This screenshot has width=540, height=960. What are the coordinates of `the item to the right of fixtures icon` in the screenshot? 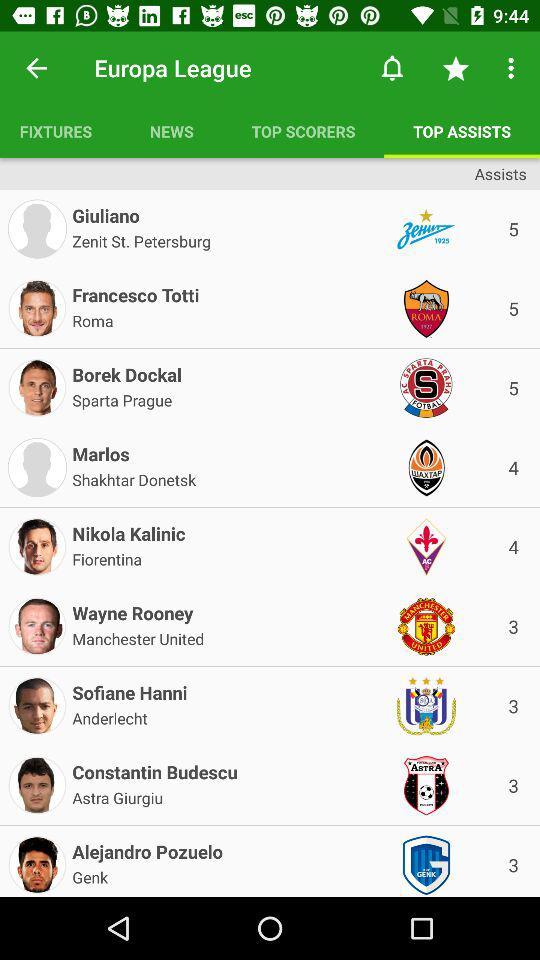 It's located at (171, 130).